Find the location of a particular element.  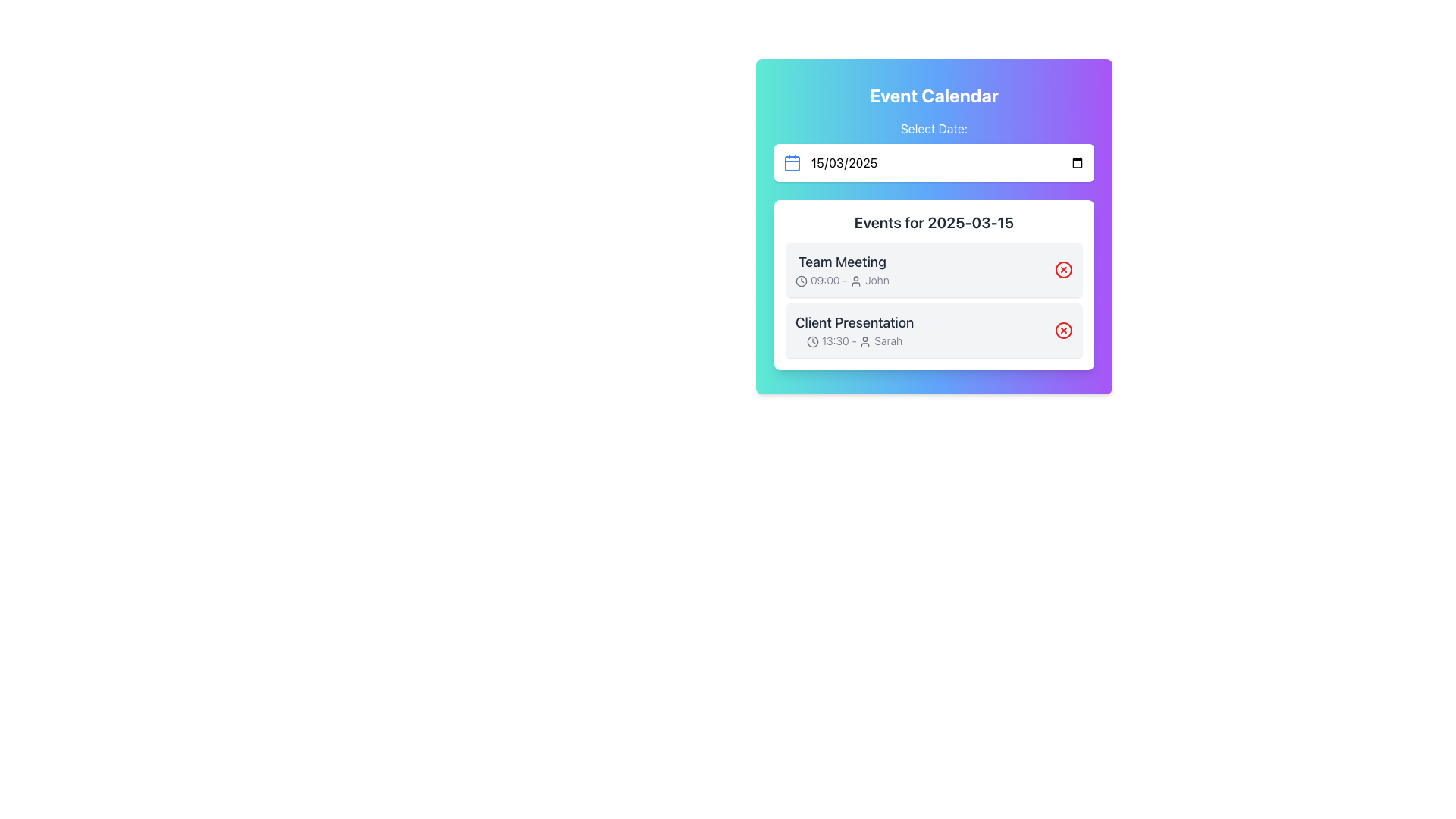

the user icon that visually represents 'John' for the event scheduled at 09:00, following the clock icon and aligned to the left of the text is located at coordinates (856, 281).